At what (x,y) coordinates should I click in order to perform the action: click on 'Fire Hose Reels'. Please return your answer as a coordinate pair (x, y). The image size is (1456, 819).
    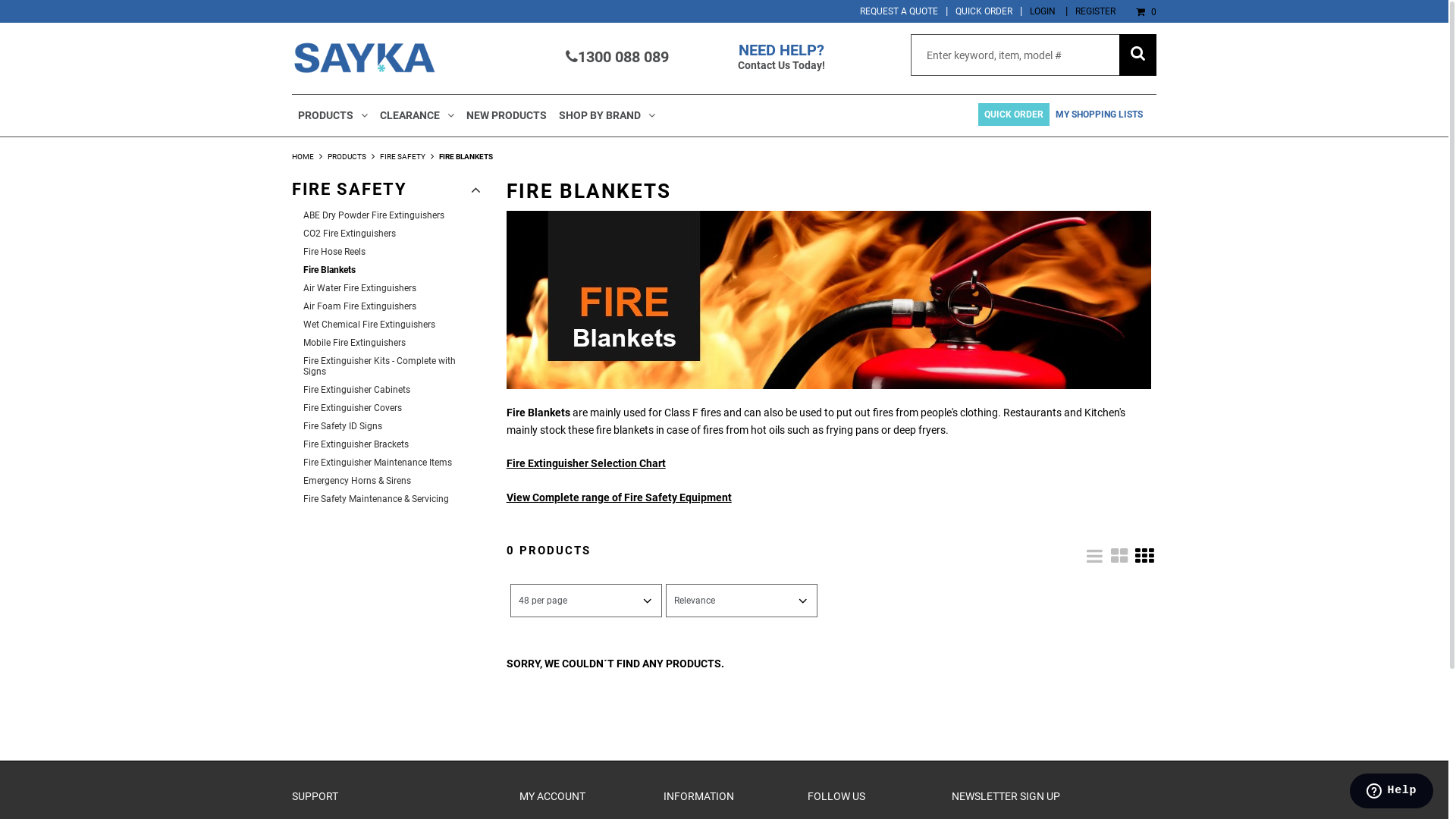
    Looking at the image, I should click on (392, 250).